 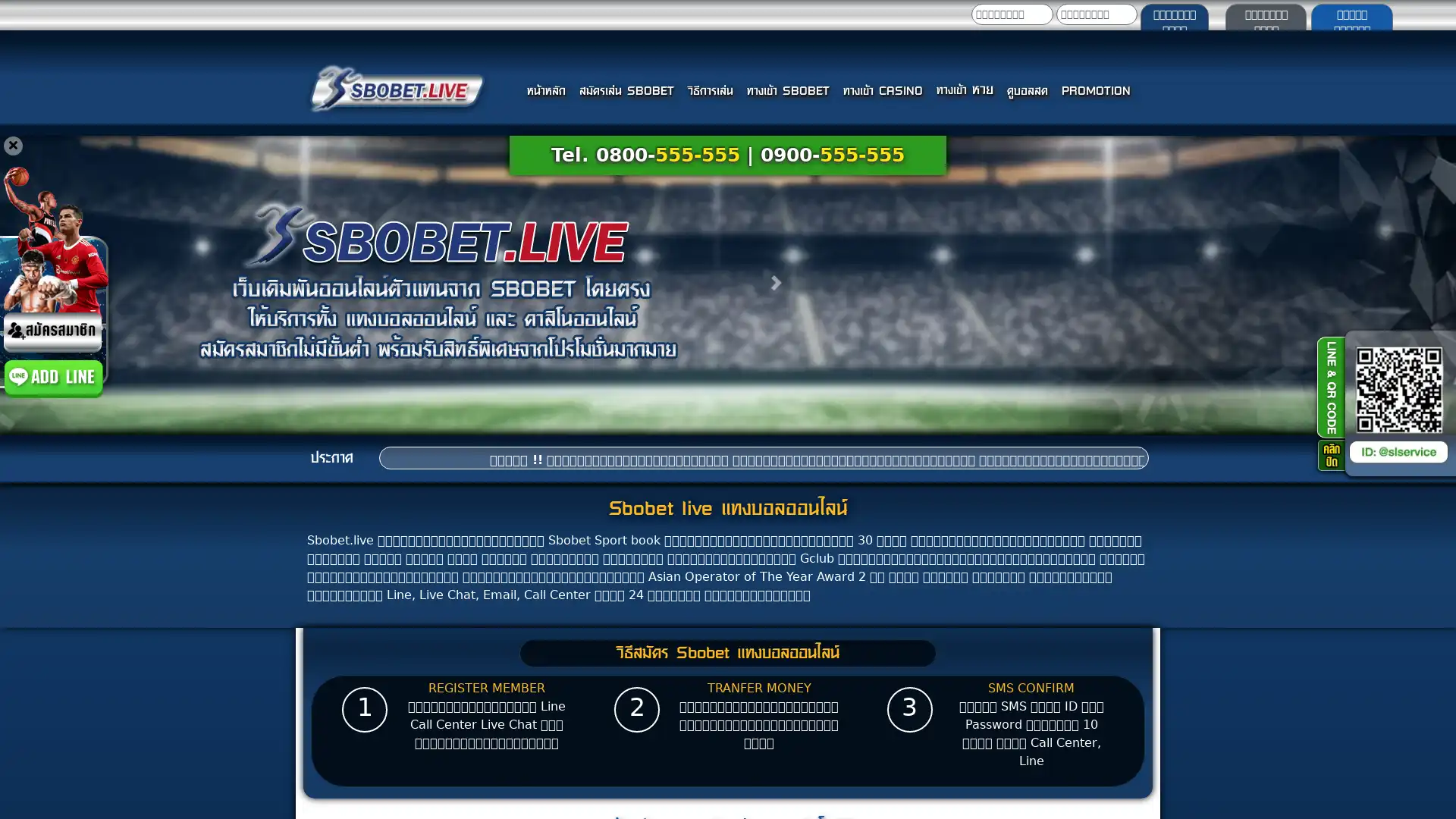 I want to click on Next, so click(x=778, y=282).